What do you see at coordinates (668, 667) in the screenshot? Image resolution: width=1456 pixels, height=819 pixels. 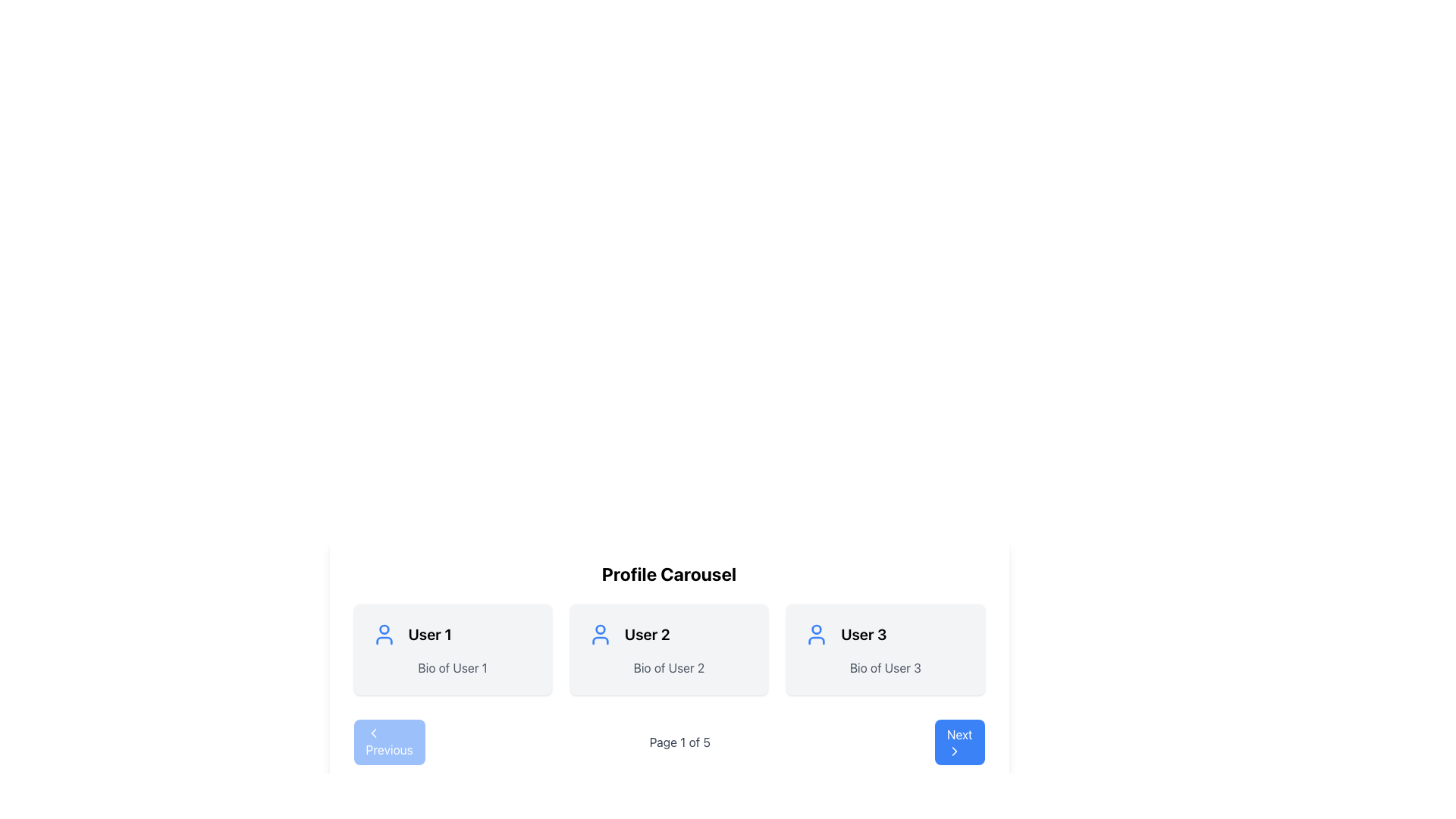 I see `the static text label displaying 'Bio of User 2' located below 'User 2' in the second user profile card` at bounding box center [668, 667].